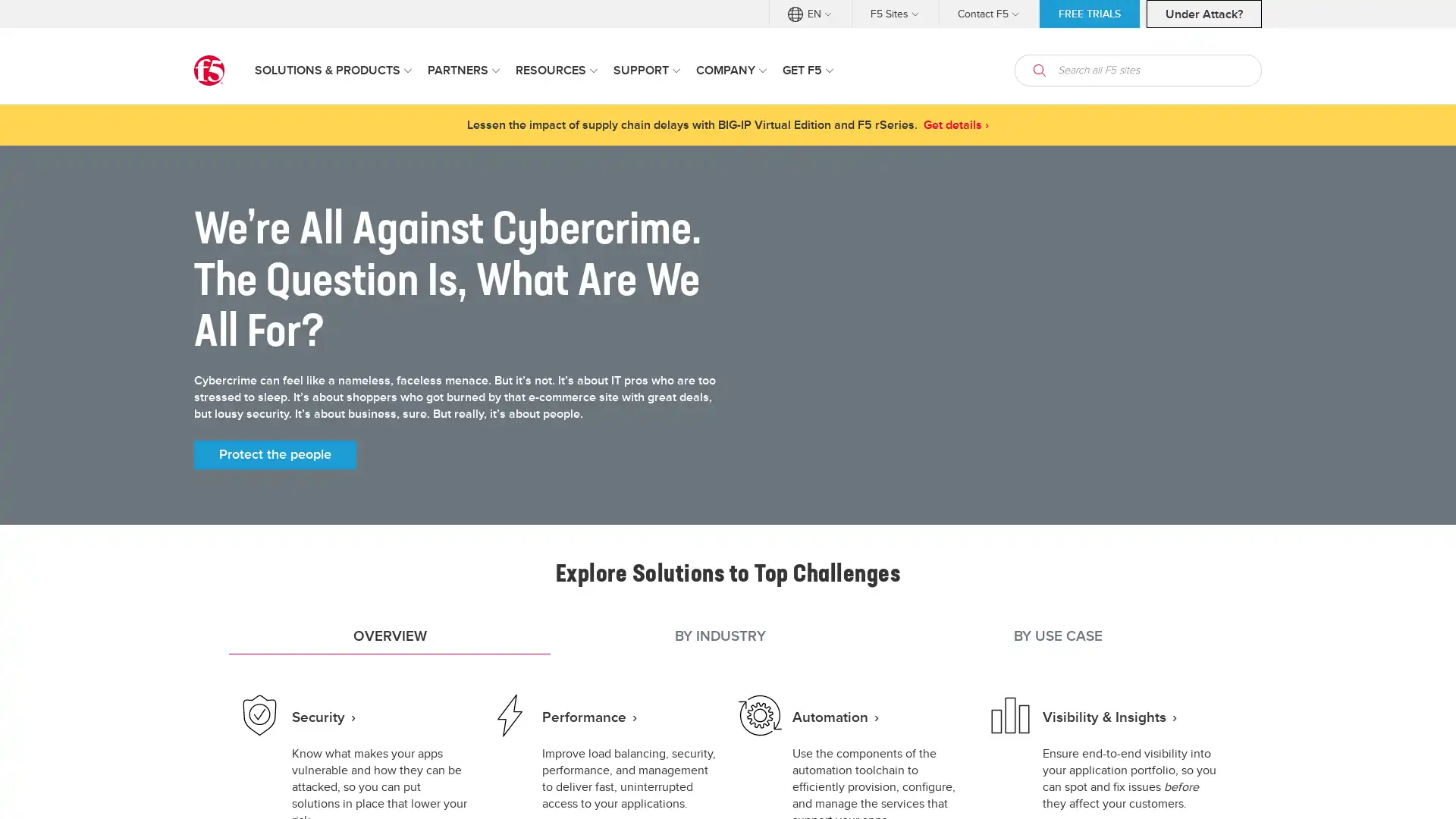  What do you see at coordinates (1037, 70) in the screenshot?
I see `open search` at bounding box center [1037, 70].